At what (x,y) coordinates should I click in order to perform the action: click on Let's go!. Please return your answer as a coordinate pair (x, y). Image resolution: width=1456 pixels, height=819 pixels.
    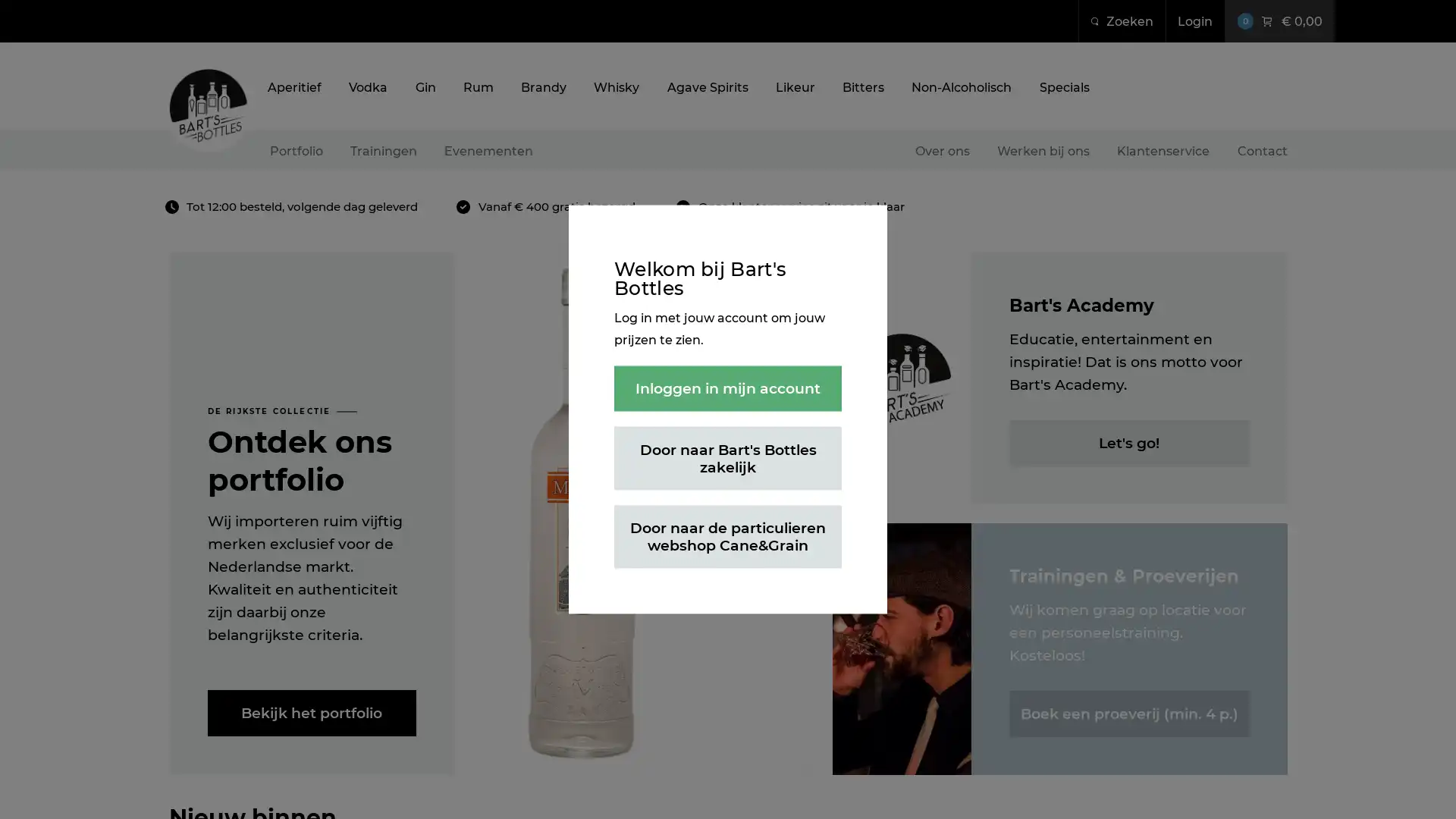
    Looking at the image, I should click on (1128, 442).